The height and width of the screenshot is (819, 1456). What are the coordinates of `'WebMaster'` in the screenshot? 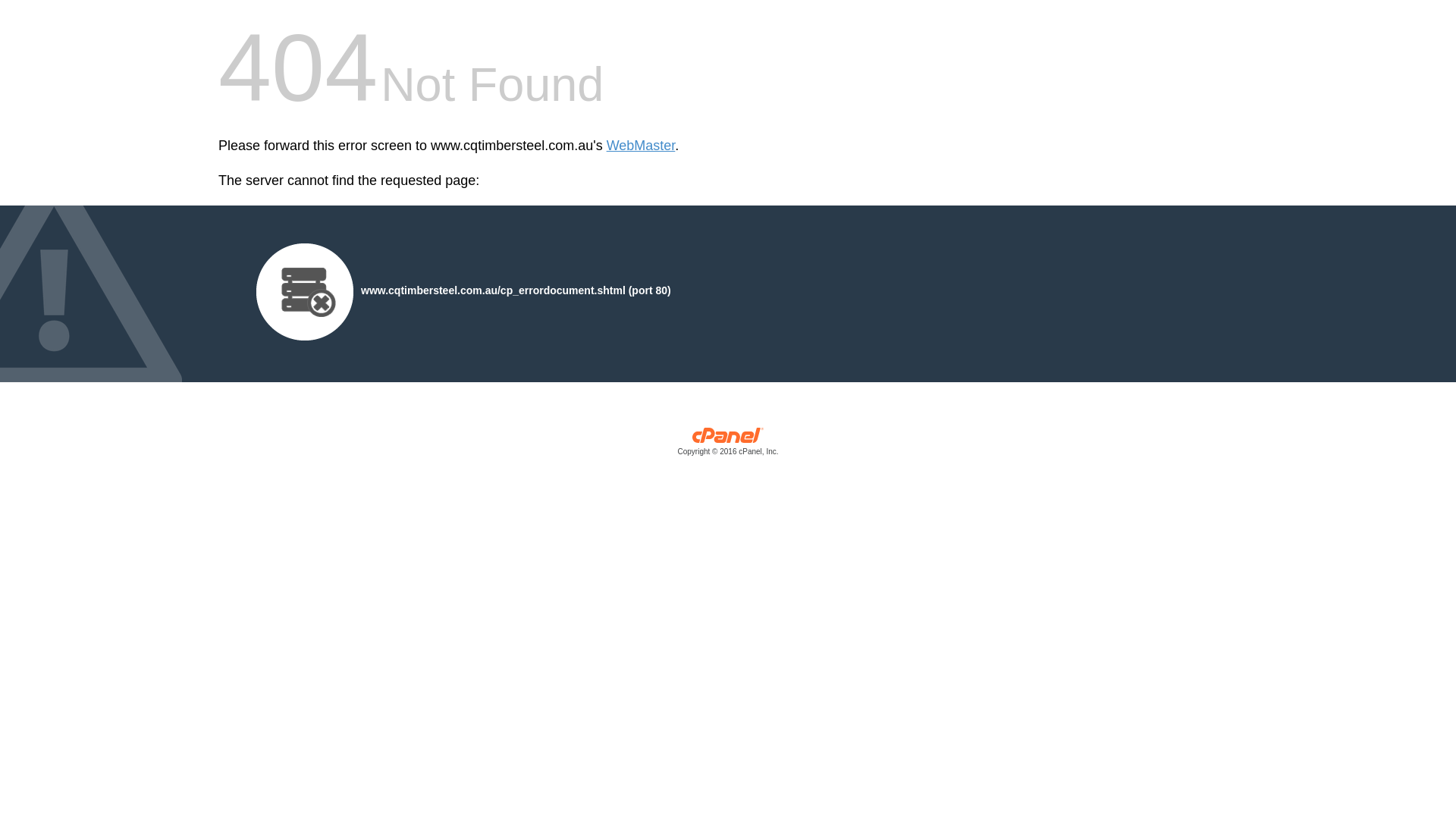 It's located at (641, 146).